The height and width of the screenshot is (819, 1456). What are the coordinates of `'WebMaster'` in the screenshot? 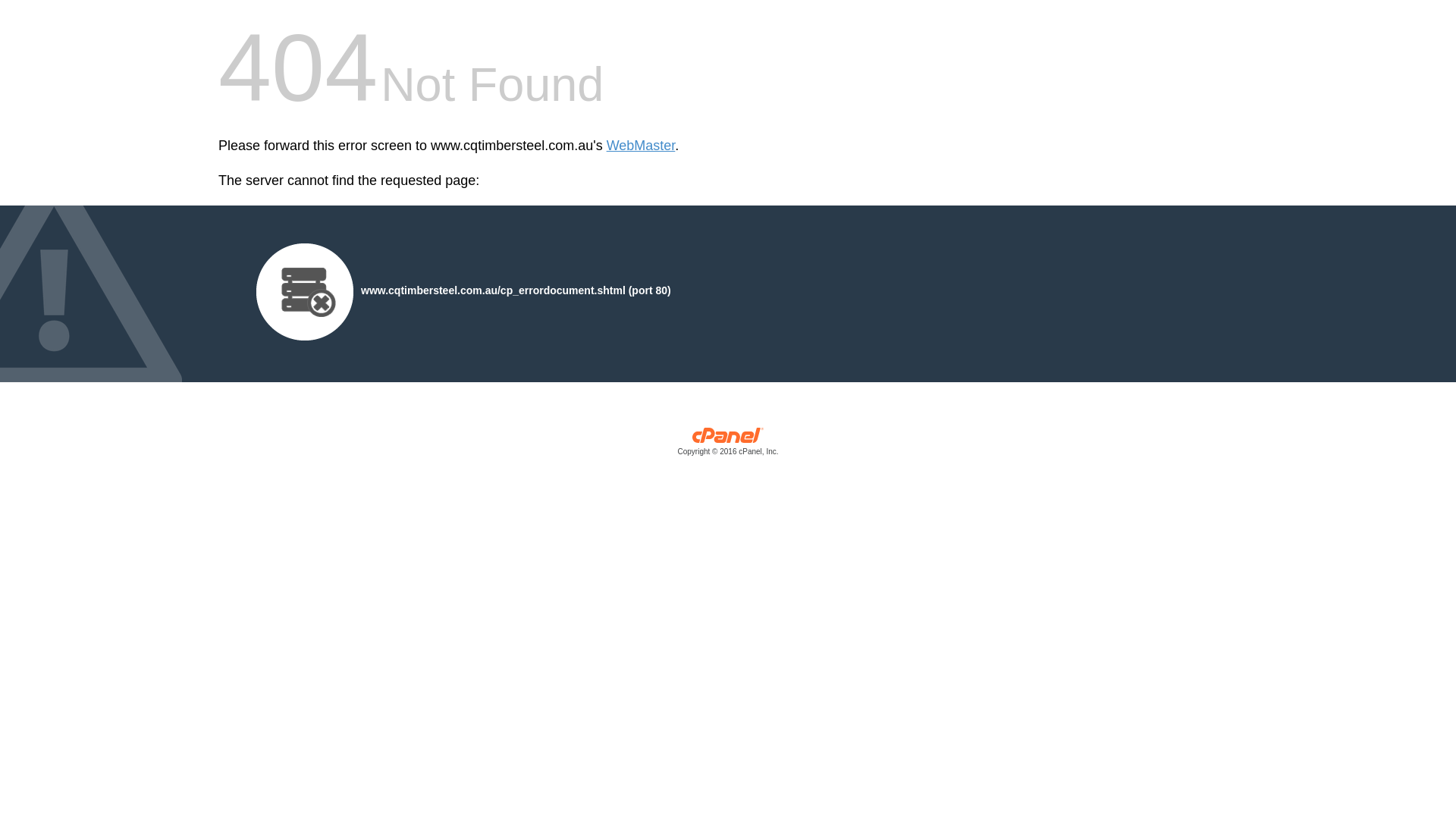 It's located at (641, 146).